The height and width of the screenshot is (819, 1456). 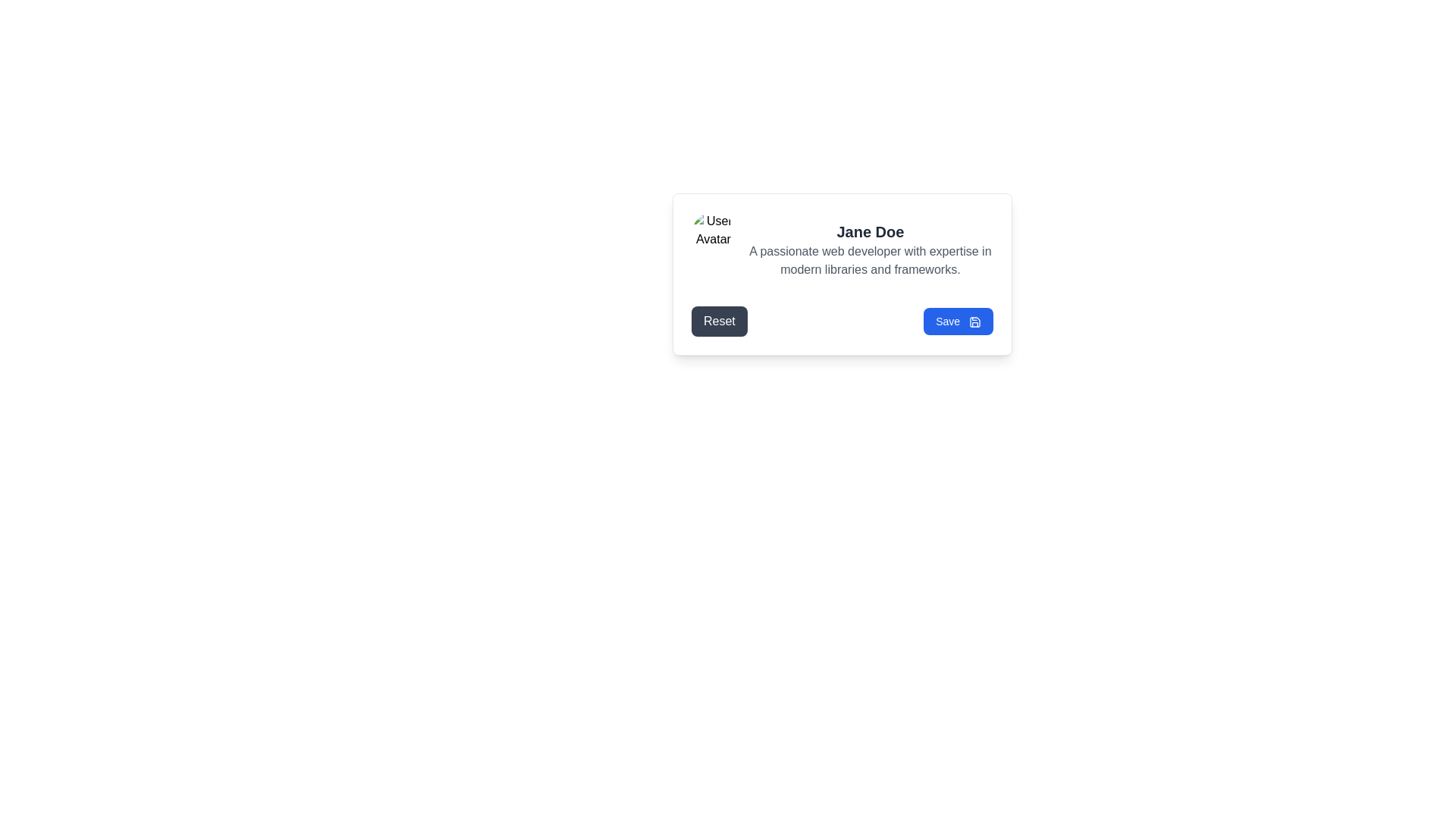 What do you see at coordinates (718, 321) in the screenshot?
I see `the 'Reset' button, which is a rectangular button with rounded corners, dark gray background, and white text, to observe any visual effect` at bounding box center [718, 321].